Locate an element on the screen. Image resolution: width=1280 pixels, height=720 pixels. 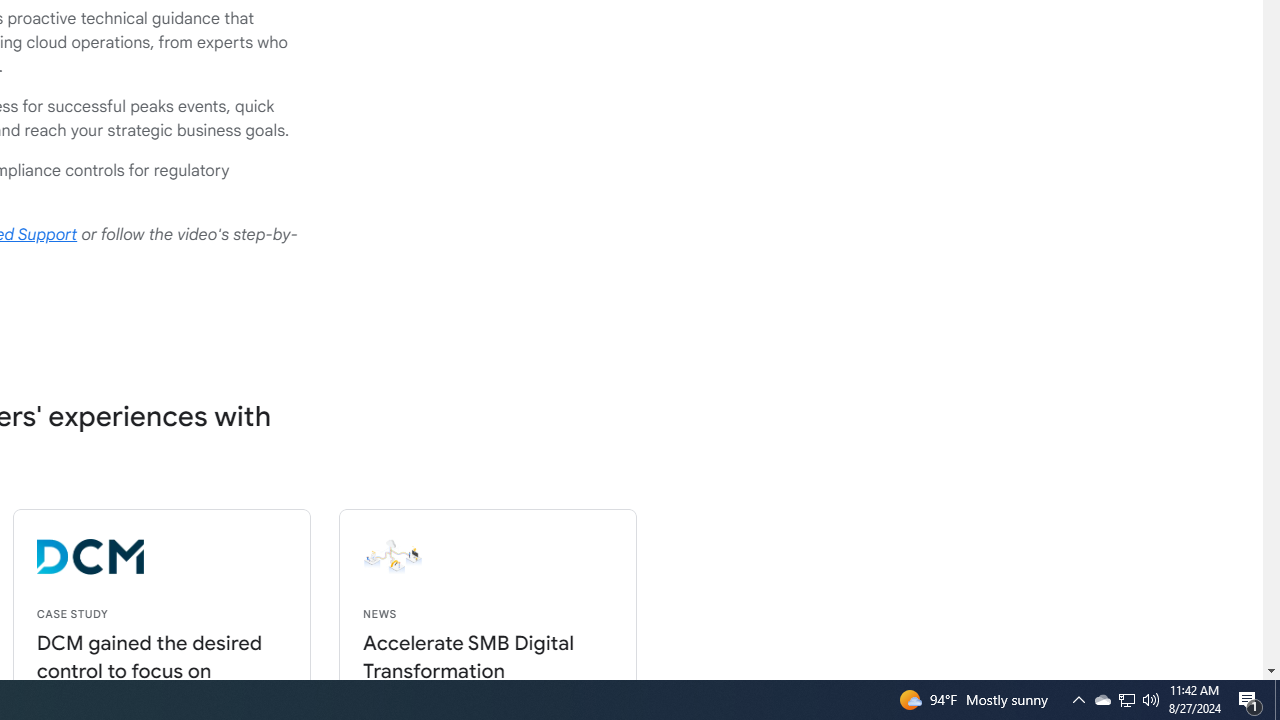
'employees connected through the cloud illustration' is located at coordinates (541, 557).